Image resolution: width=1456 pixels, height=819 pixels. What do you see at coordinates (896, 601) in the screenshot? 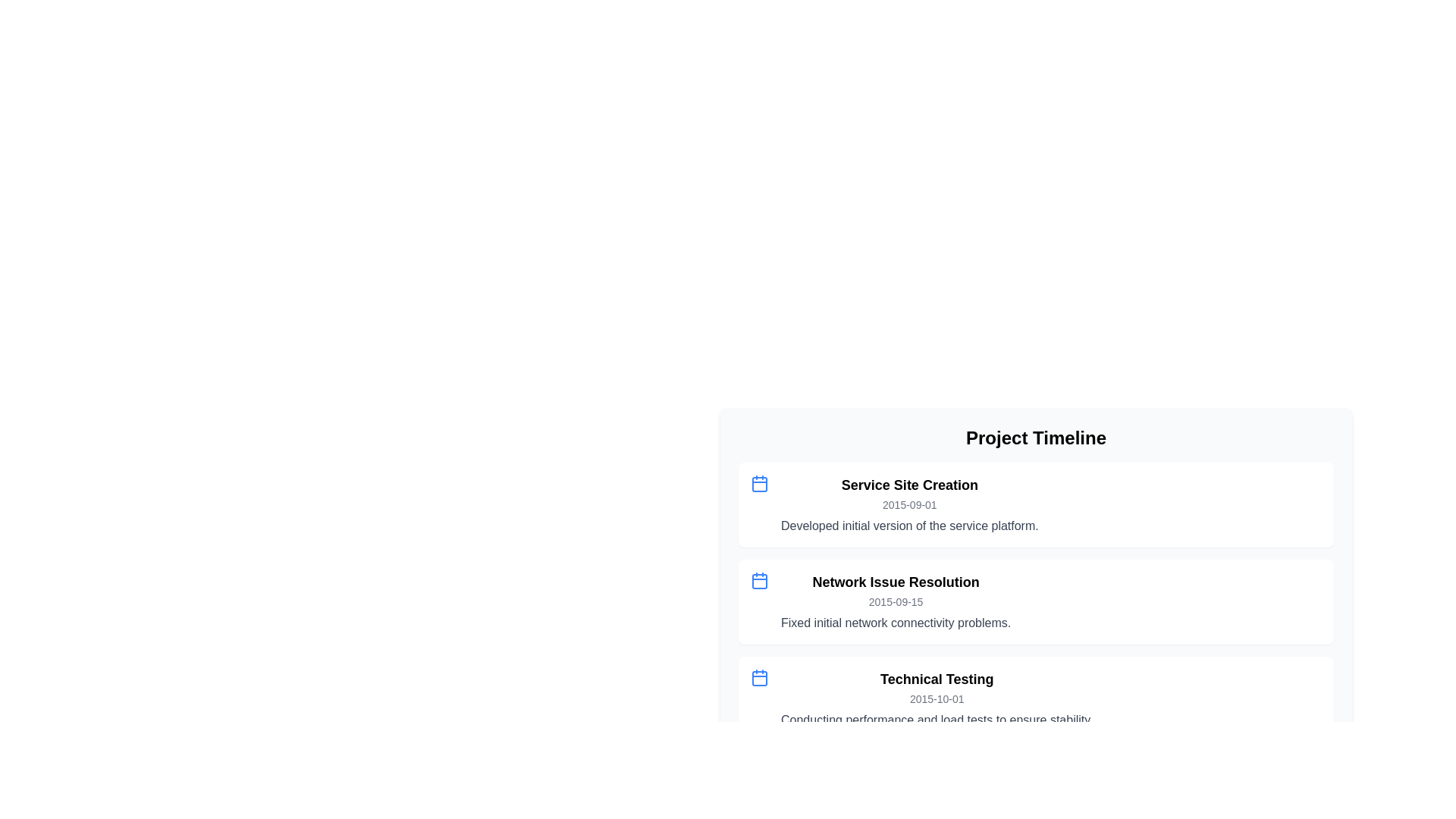
I see `the Informational text block that provides details about a specific event in the project timeline, located between 'Service Site Creation' and 'Technical Testing'` at bounding box center [896, 601].